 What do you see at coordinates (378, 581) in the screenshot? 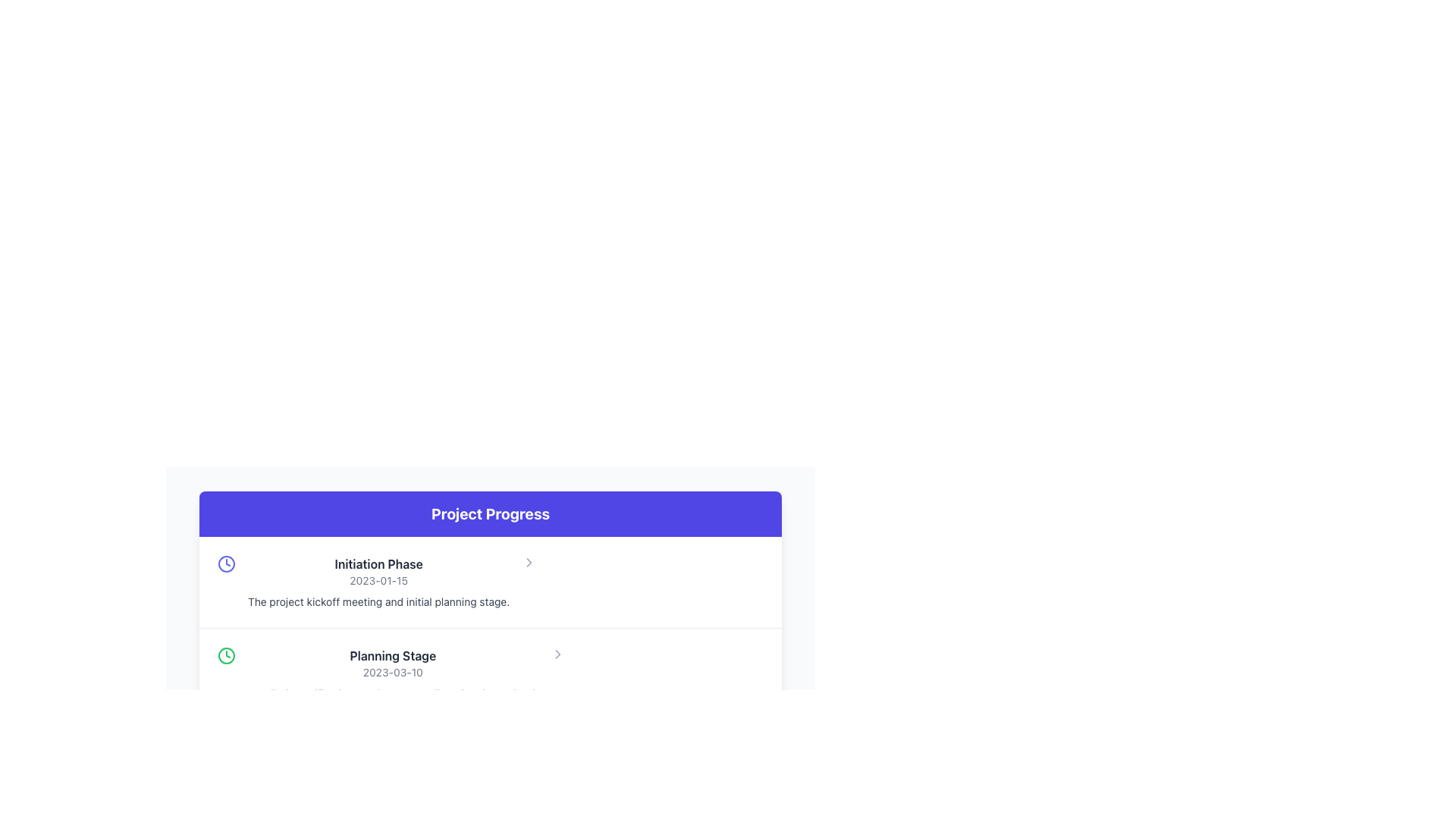
I see `informational text block located above the 'Planning Stage' block in the 'Project Progress' section` at bounding box center [378, 581].